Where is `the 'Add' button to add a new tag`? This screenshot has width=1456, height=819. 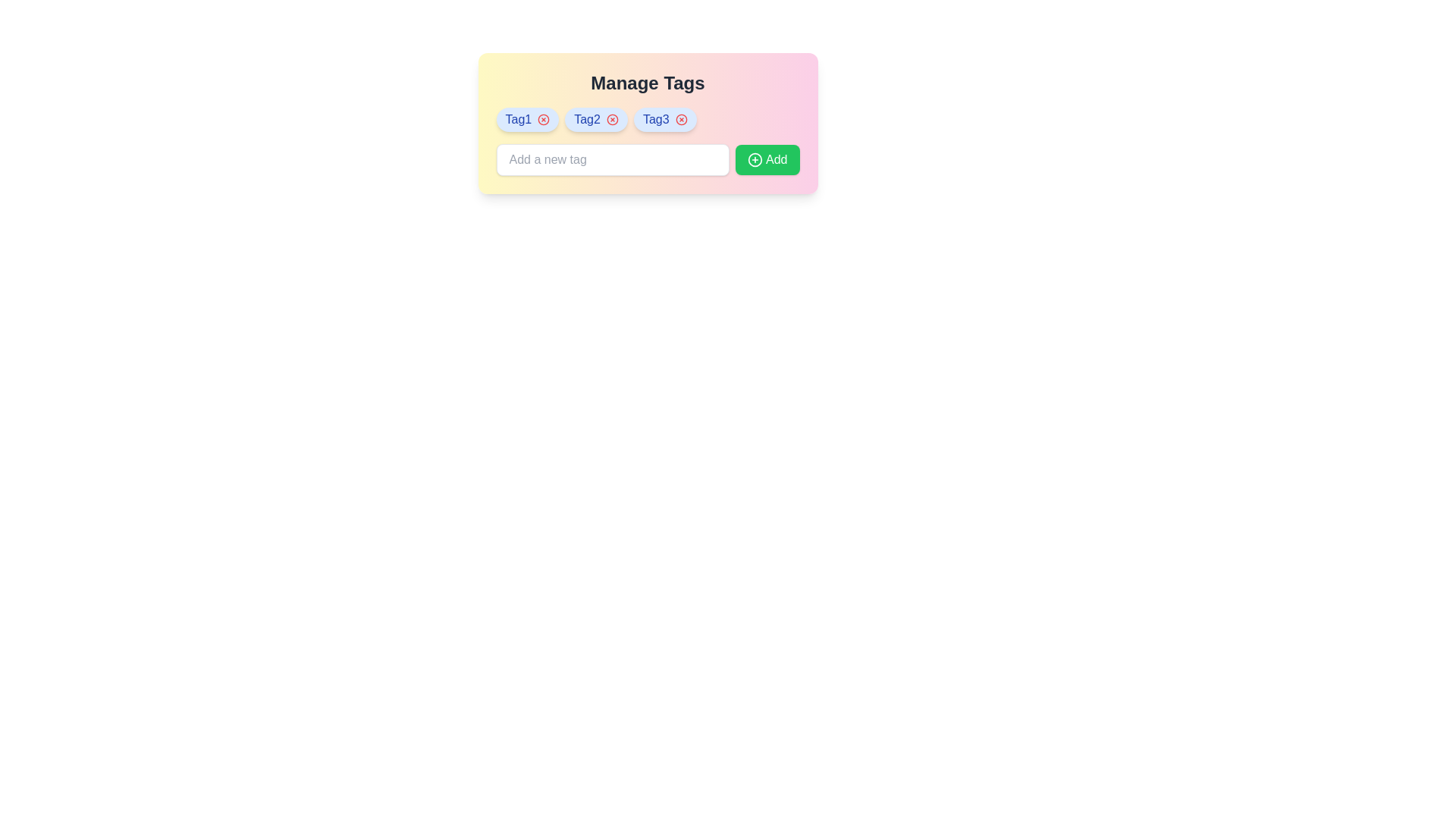 the 'Add' button to add a new tag is located at coordinates (767, 160).